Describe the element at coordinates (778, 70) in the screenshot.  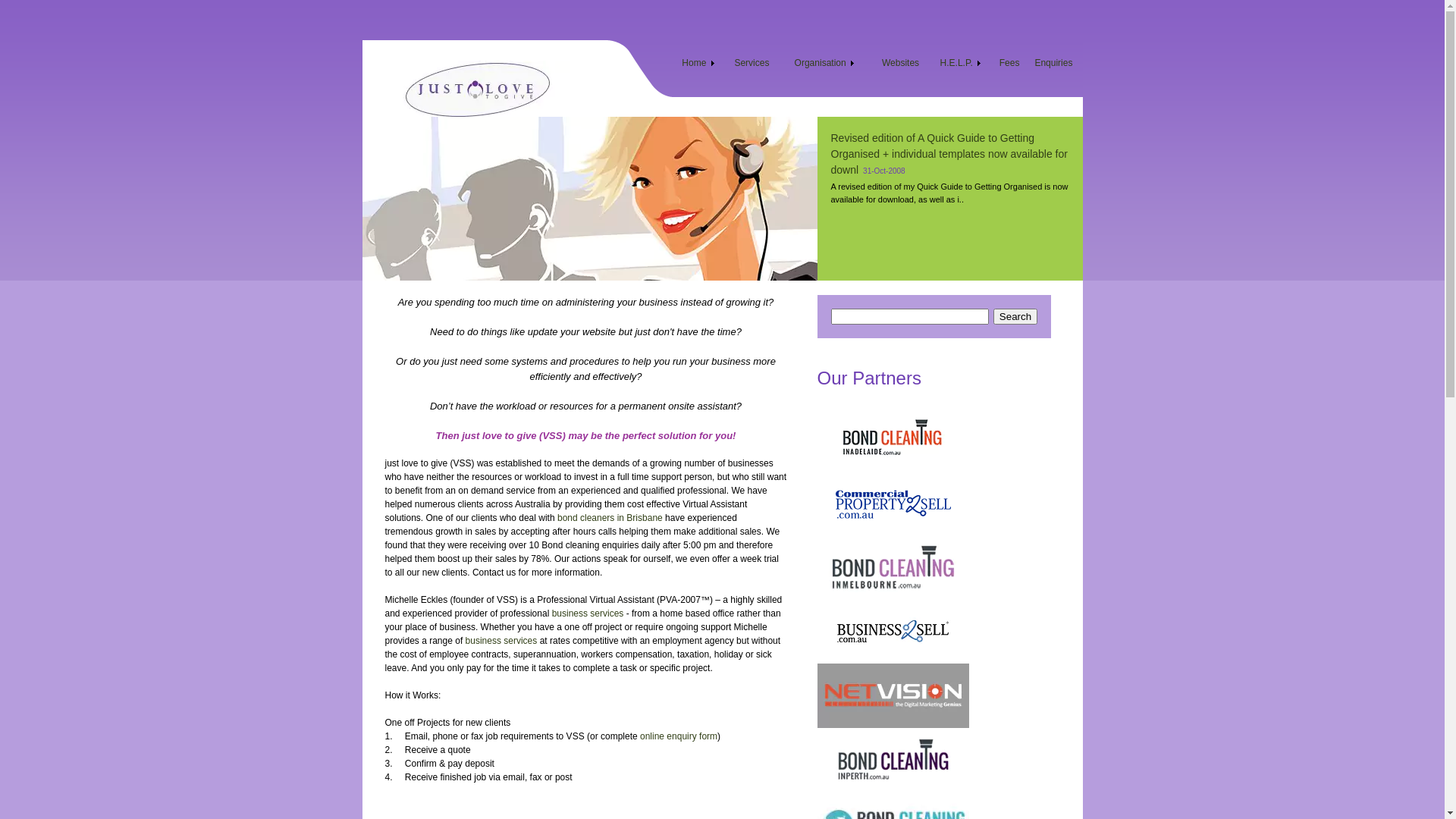
I see `'Organisation'` at that location.